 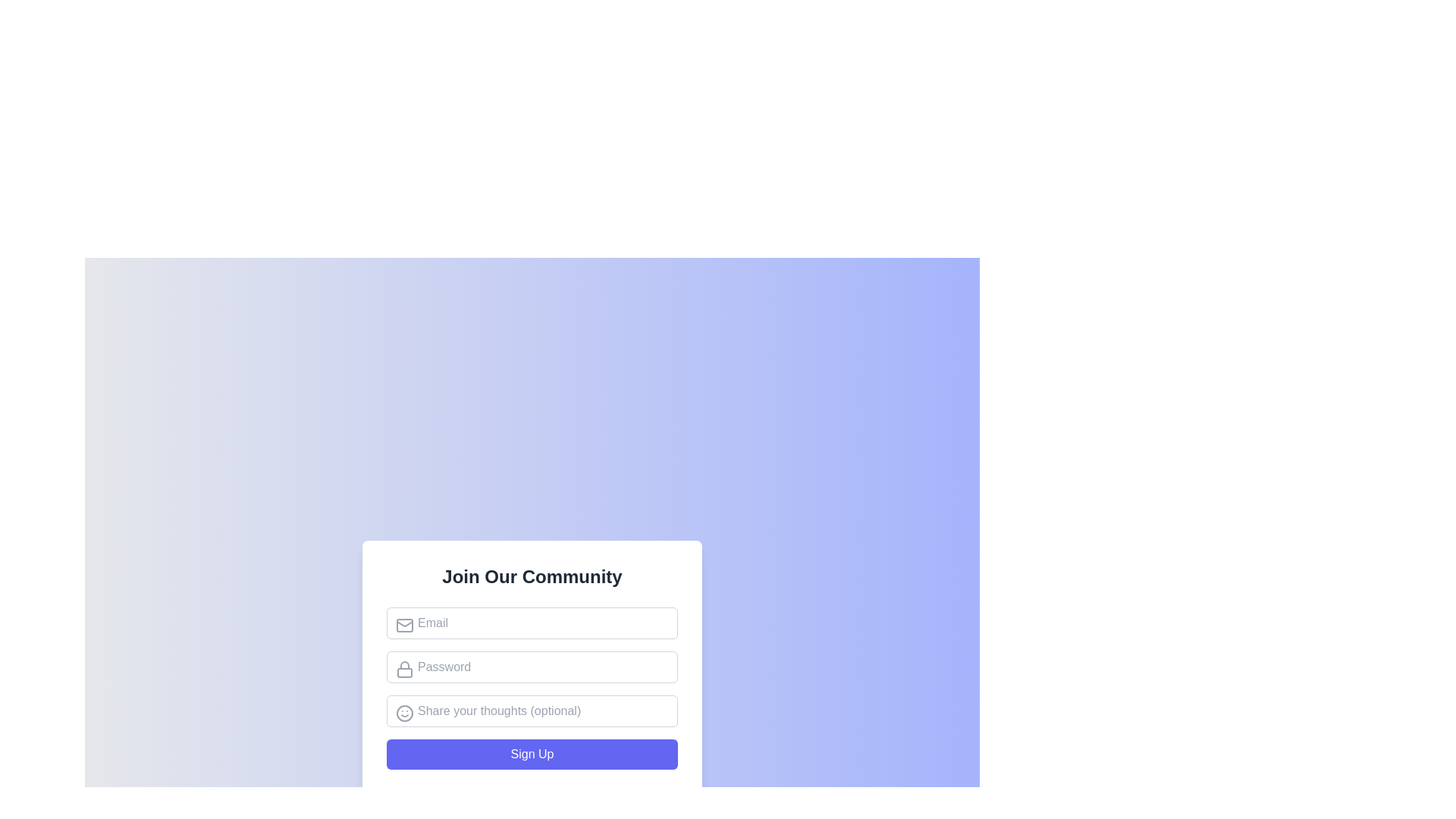 What do you see at coordinates (404, 669) in the screenshot?
I see `the Decorative lock icon located at the top left inside the 'Password' input field, indicating that the input will be treated as confidential` at bounding box center [404, 669].